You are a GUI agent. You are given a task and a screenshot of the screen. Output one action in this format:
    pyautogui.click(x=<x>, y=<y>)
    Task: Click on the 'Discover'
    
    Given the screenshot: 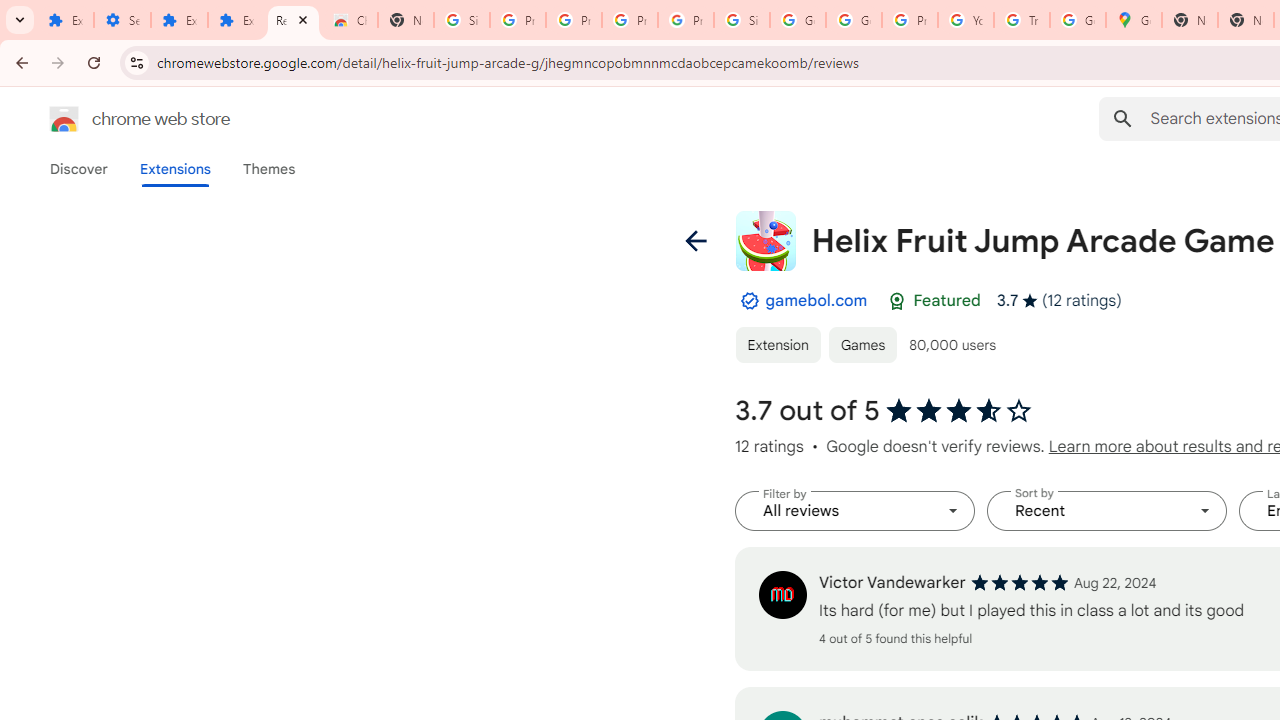 What is the action you would take?
    pyautogui.click(x=79, y=168)
    